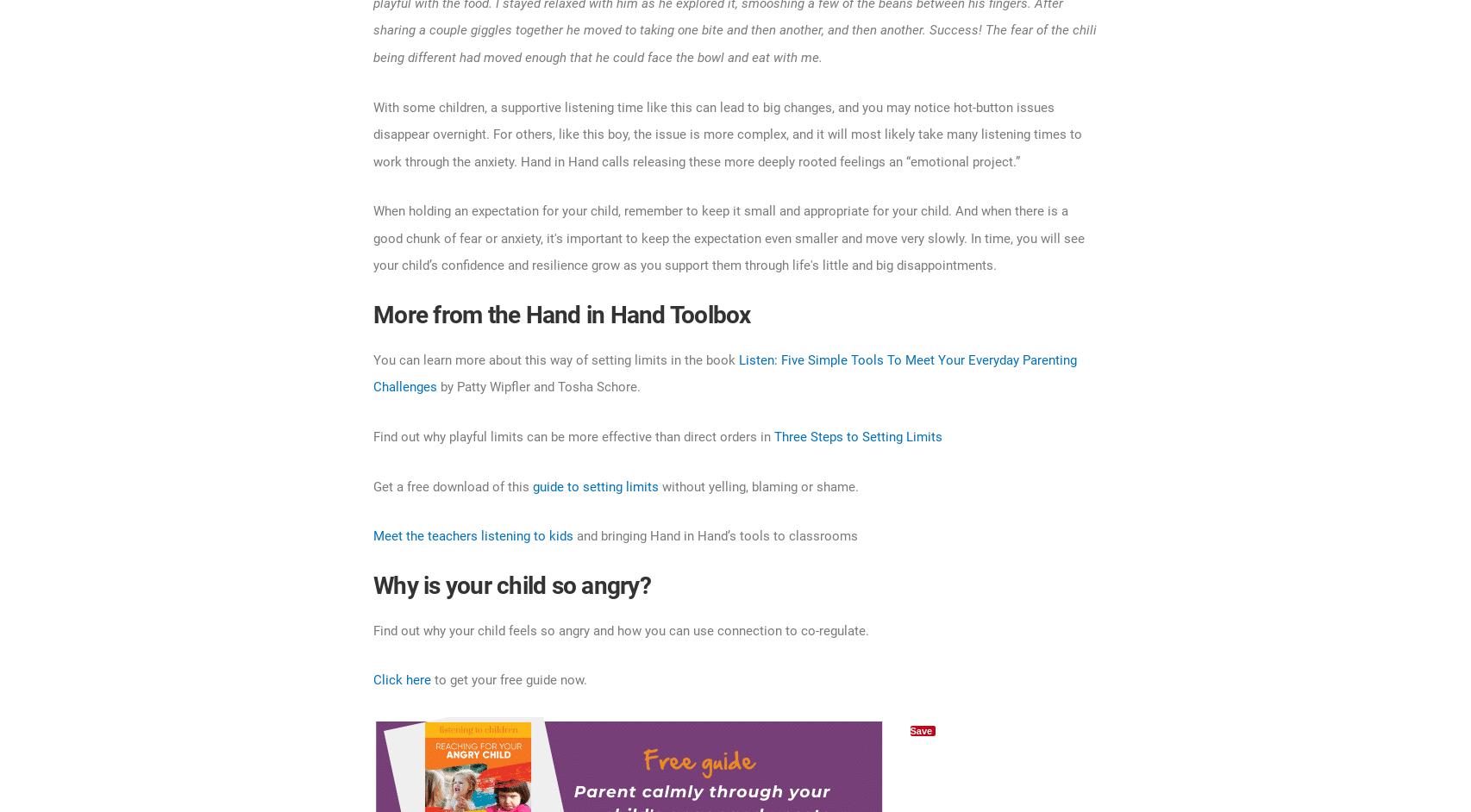 Image resolution: width=1471 pixels, height=812 pixels. I want to click on 'and bringing Hand in Hand’s tools to classrooms', so click(714, 535).